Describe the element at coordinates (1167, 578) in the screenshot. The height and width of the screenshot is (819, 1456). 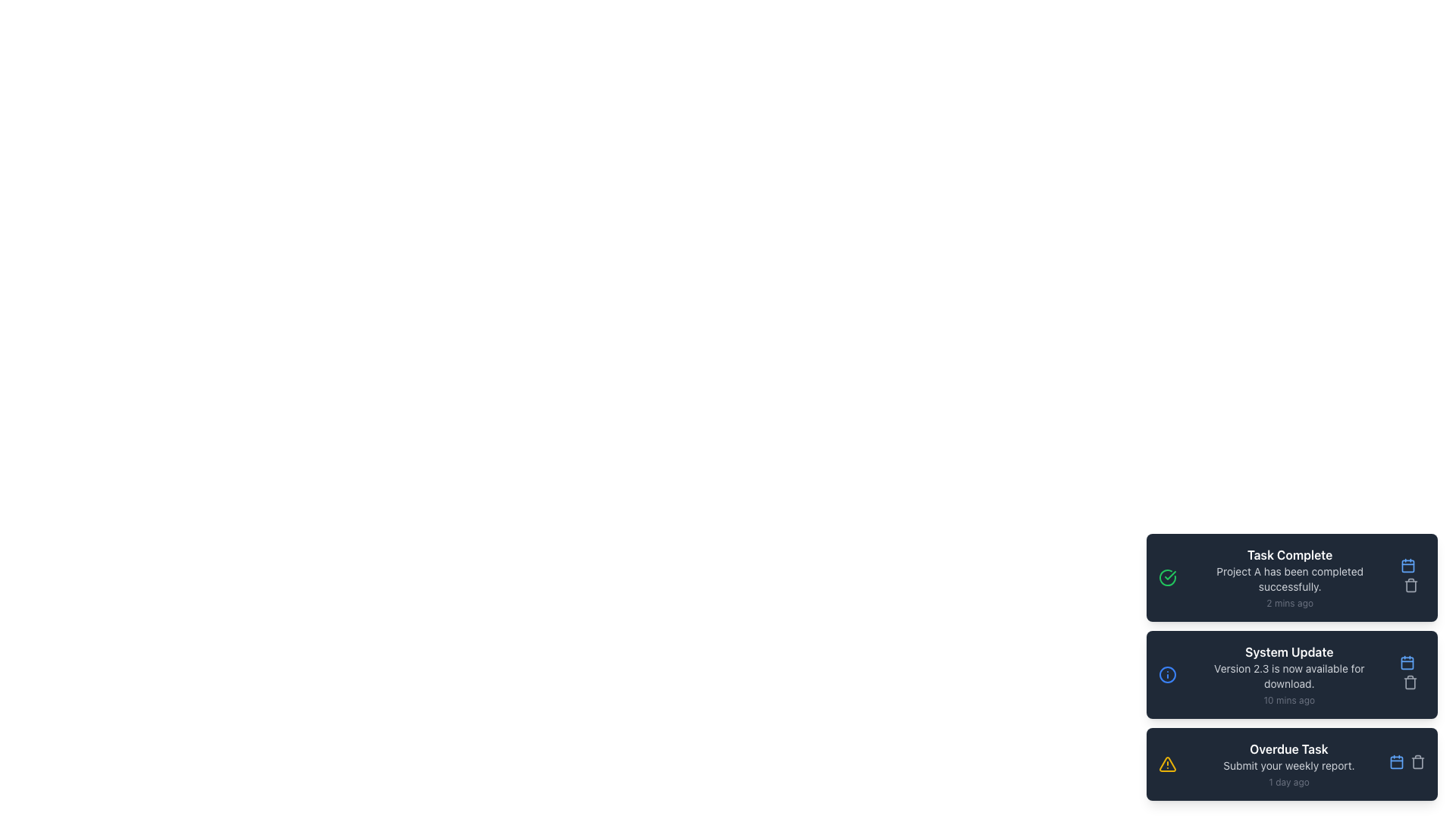
I see `the success icon located on the left-hand side of the 'Task Complete' card in the first notification card of the vertical list` at that location.